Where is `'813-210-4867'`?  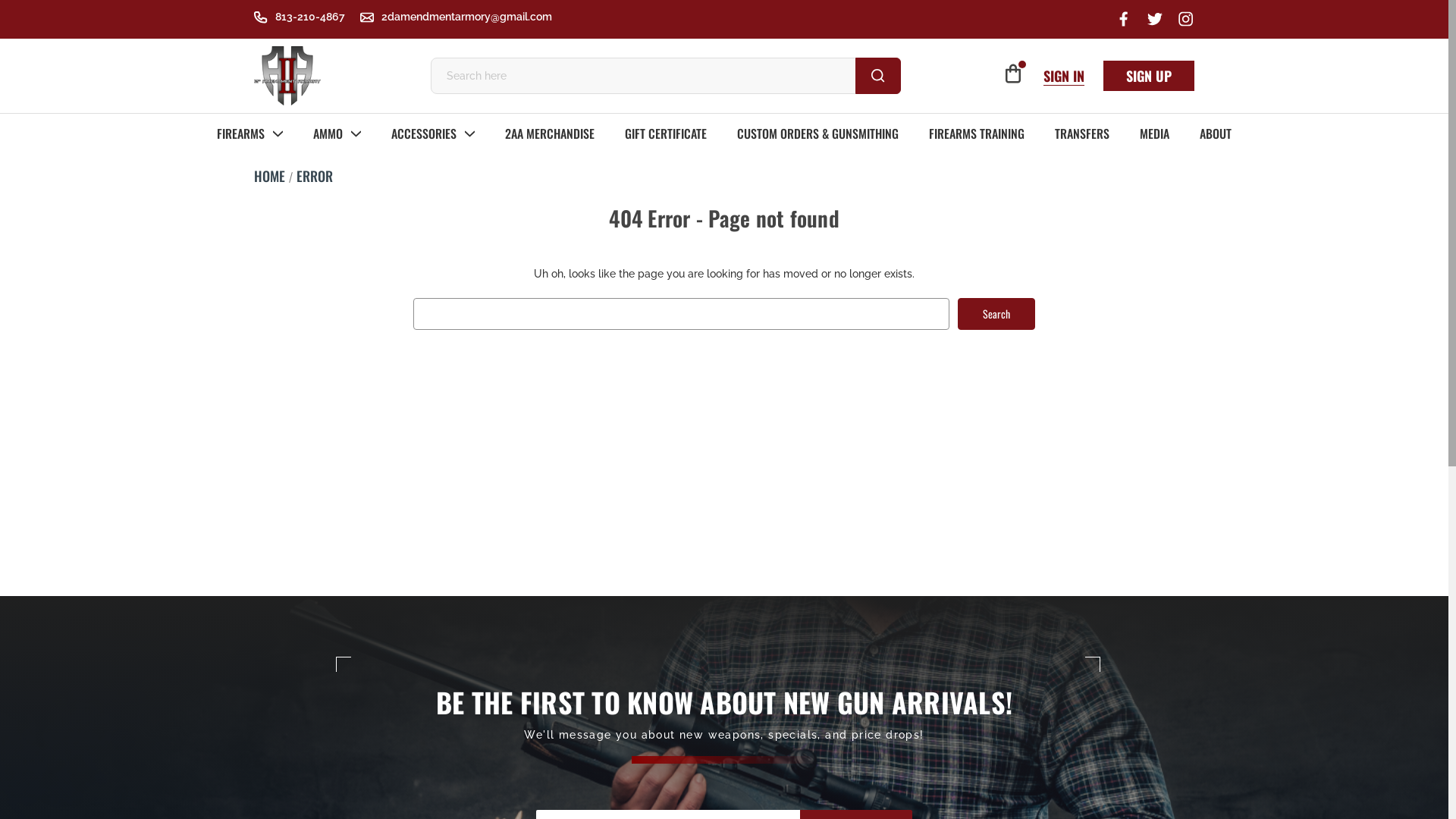
'813-210-4867' is located at coordinates (254, 17).